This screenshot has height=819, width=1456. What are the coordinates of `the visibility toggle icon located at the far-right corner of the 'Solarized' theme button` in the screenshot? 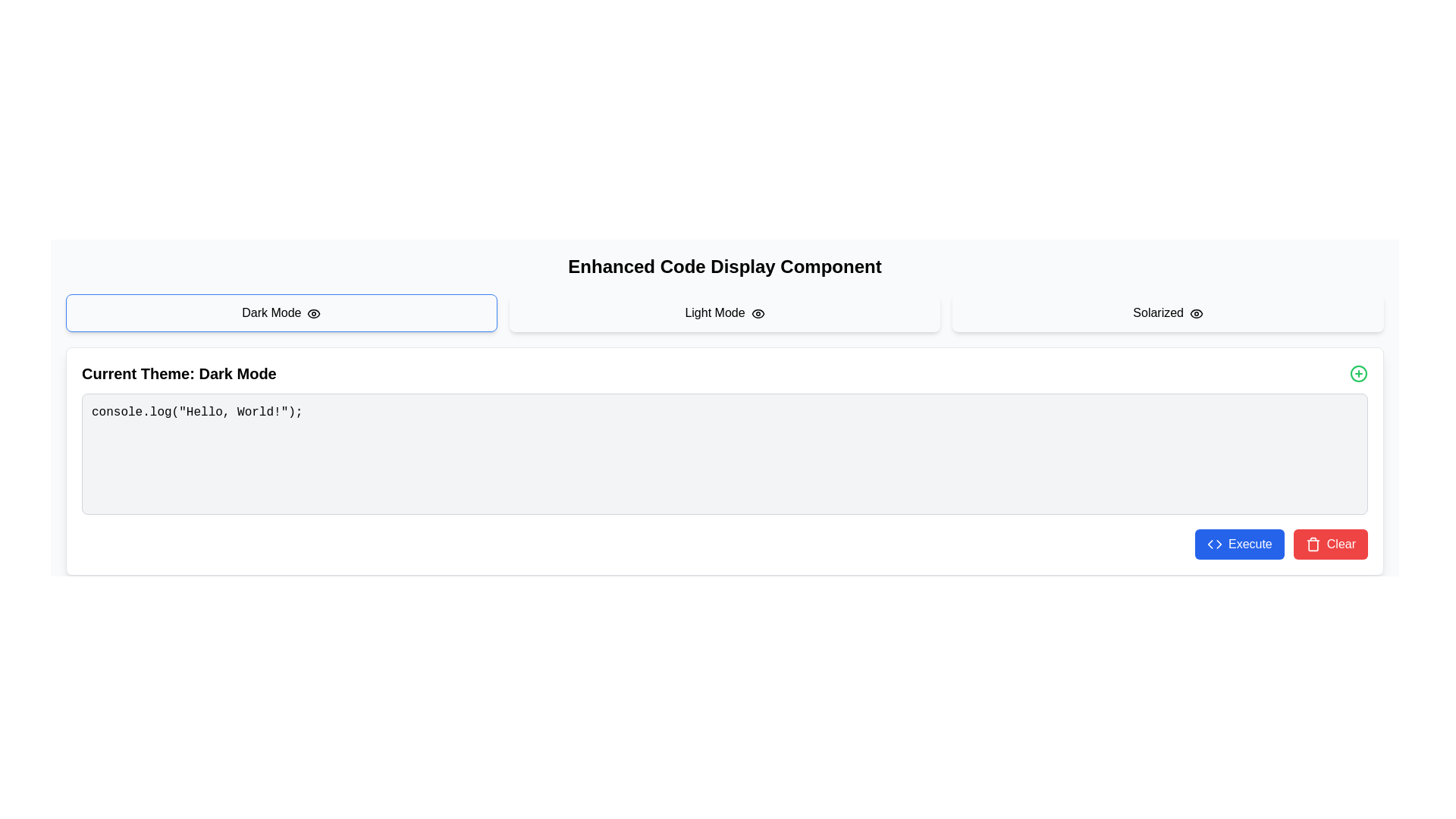 It's located at (1196, 312).